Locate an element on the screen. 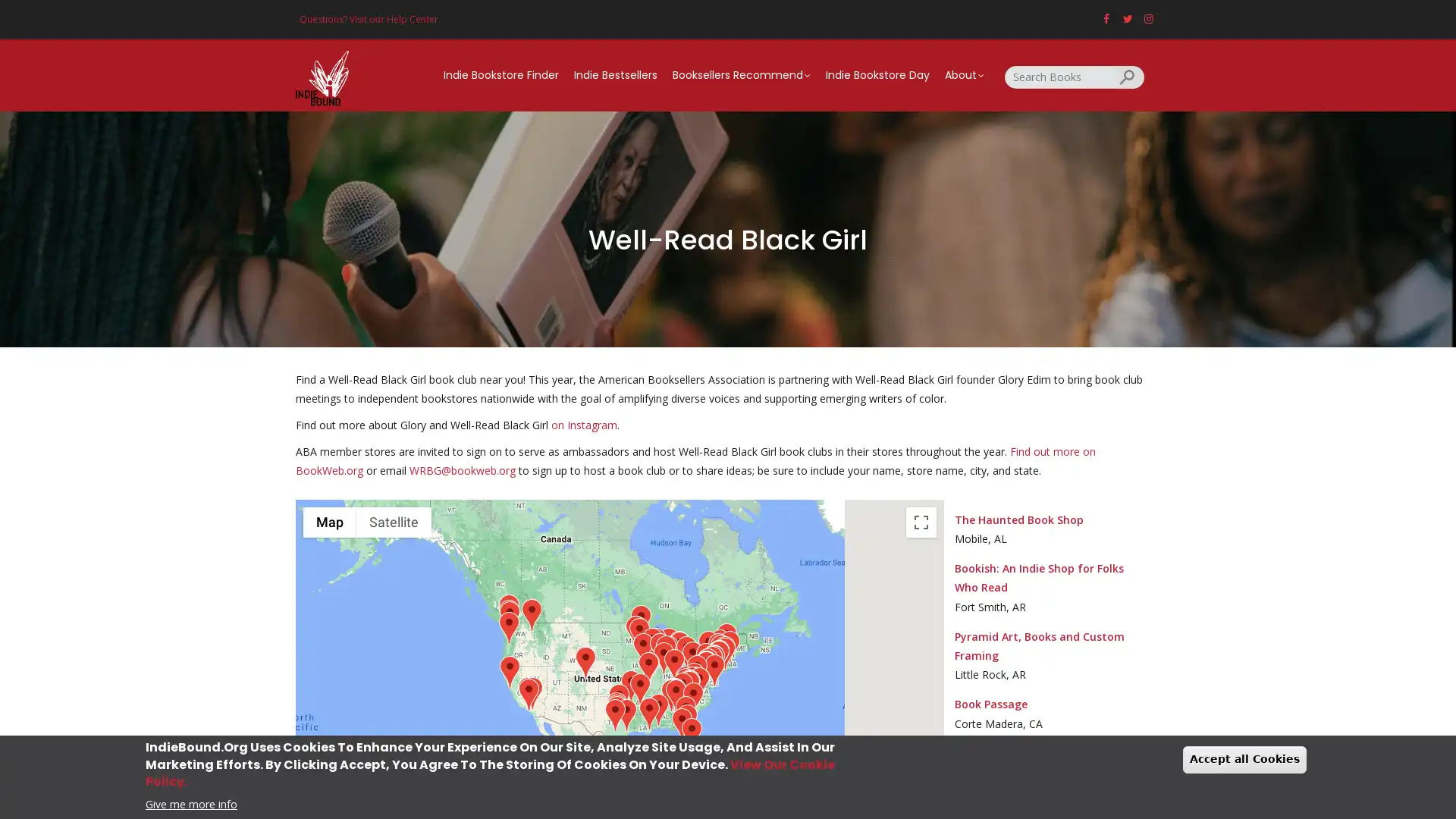 Image resolution: width=1456 pixels, height=819 pixels. The Silver Unicorn Bookstore is located at coordinates (729, 646).